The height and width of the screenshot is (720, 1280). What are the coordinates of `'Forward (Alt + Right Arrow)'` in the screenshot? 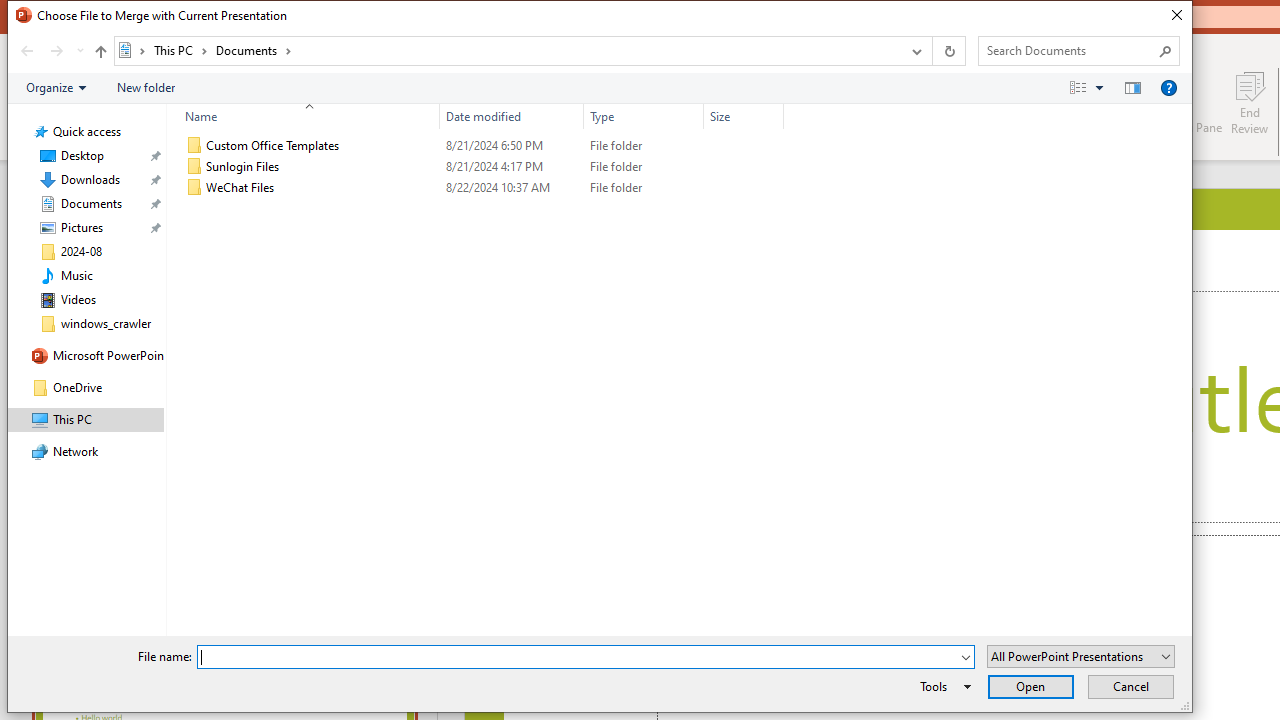 It's located at (56, 50).